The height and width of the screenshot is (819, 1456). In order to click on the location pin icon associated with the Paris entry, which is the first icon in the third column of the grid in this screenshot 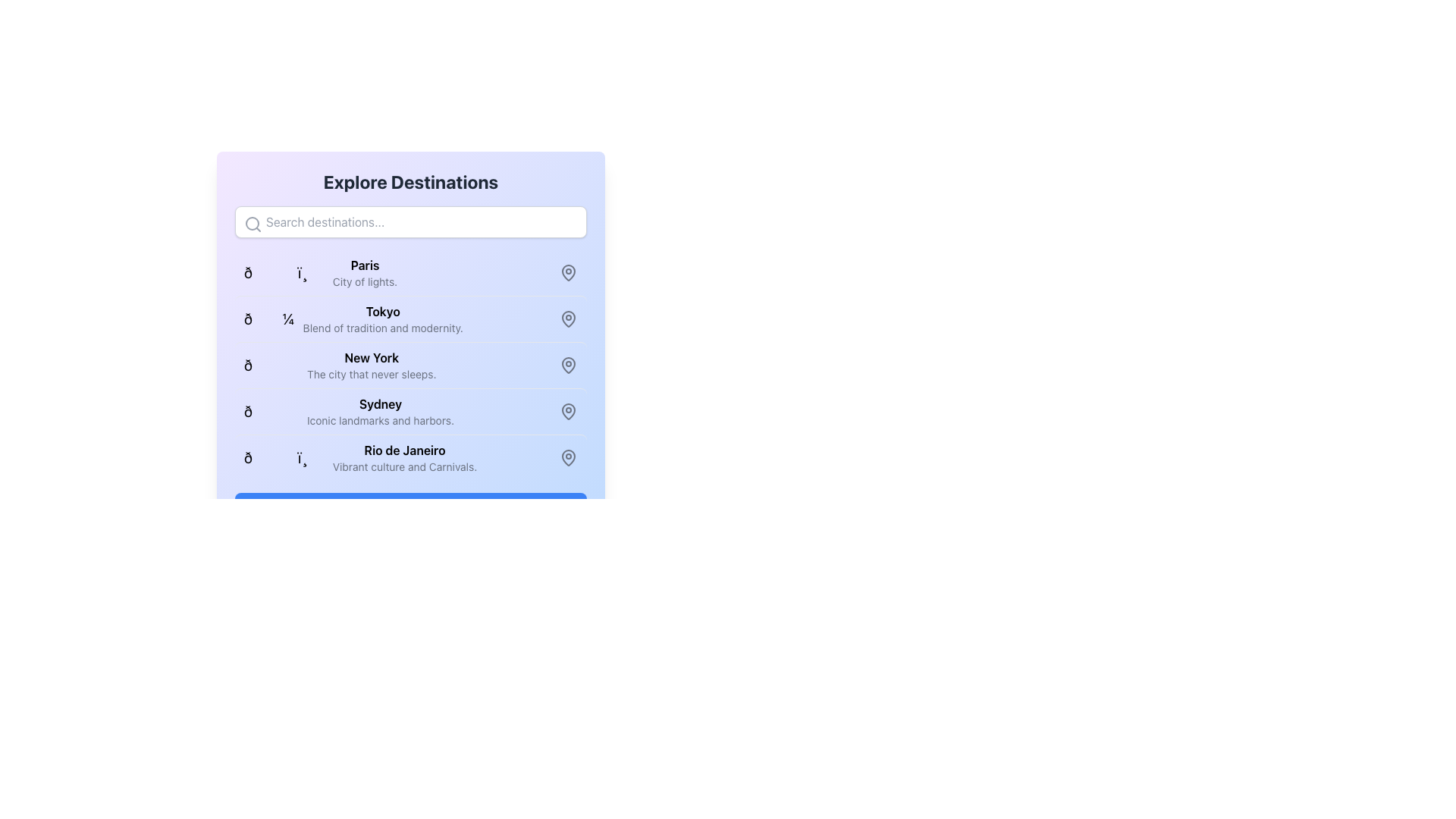, I will do `click(567, 271)`.